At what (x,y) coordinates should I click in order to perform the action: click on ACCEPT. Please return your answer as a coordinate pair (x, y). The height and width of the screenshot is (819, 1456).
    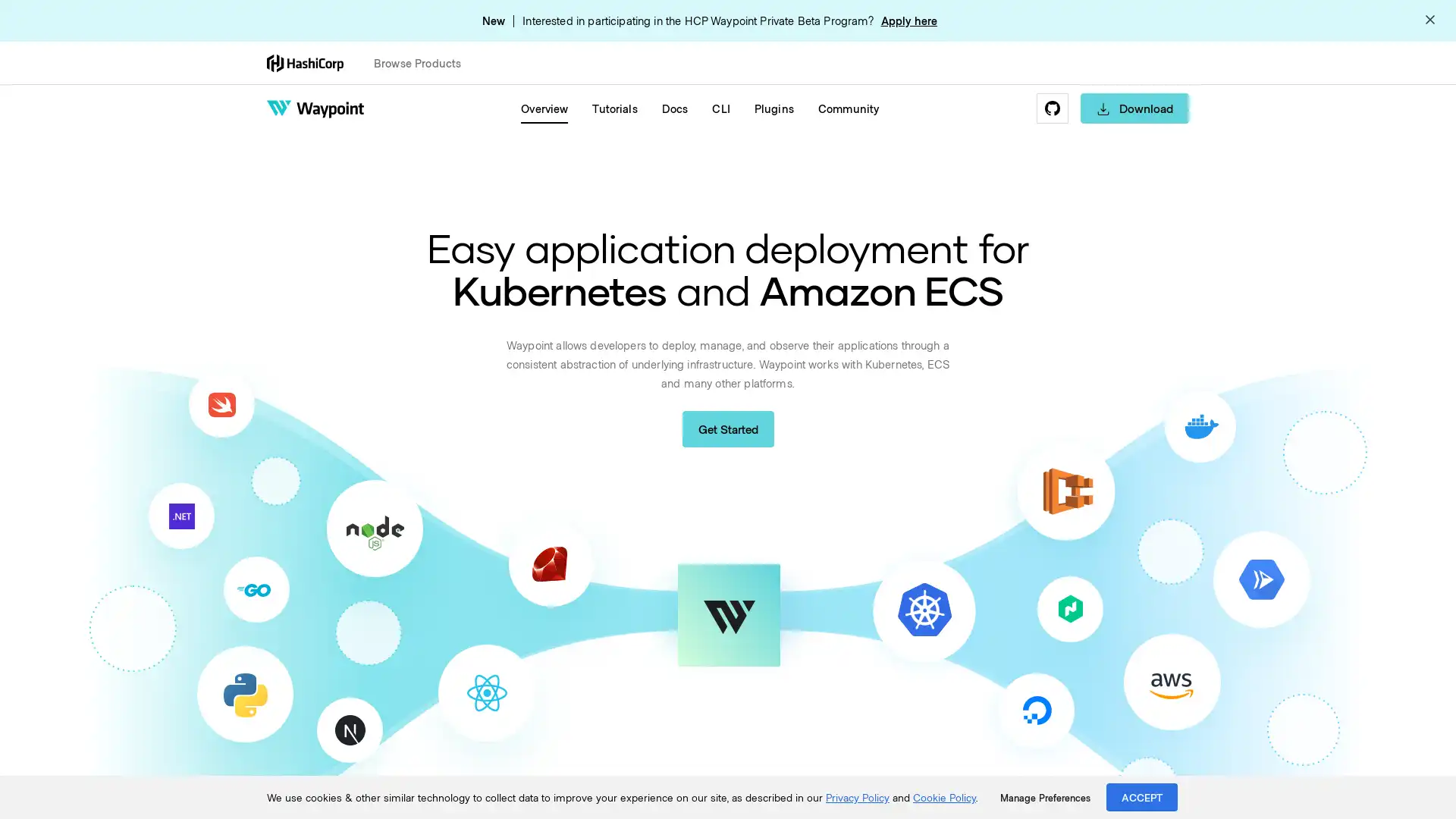
    Looking at the image, I should click on (1142, 796).